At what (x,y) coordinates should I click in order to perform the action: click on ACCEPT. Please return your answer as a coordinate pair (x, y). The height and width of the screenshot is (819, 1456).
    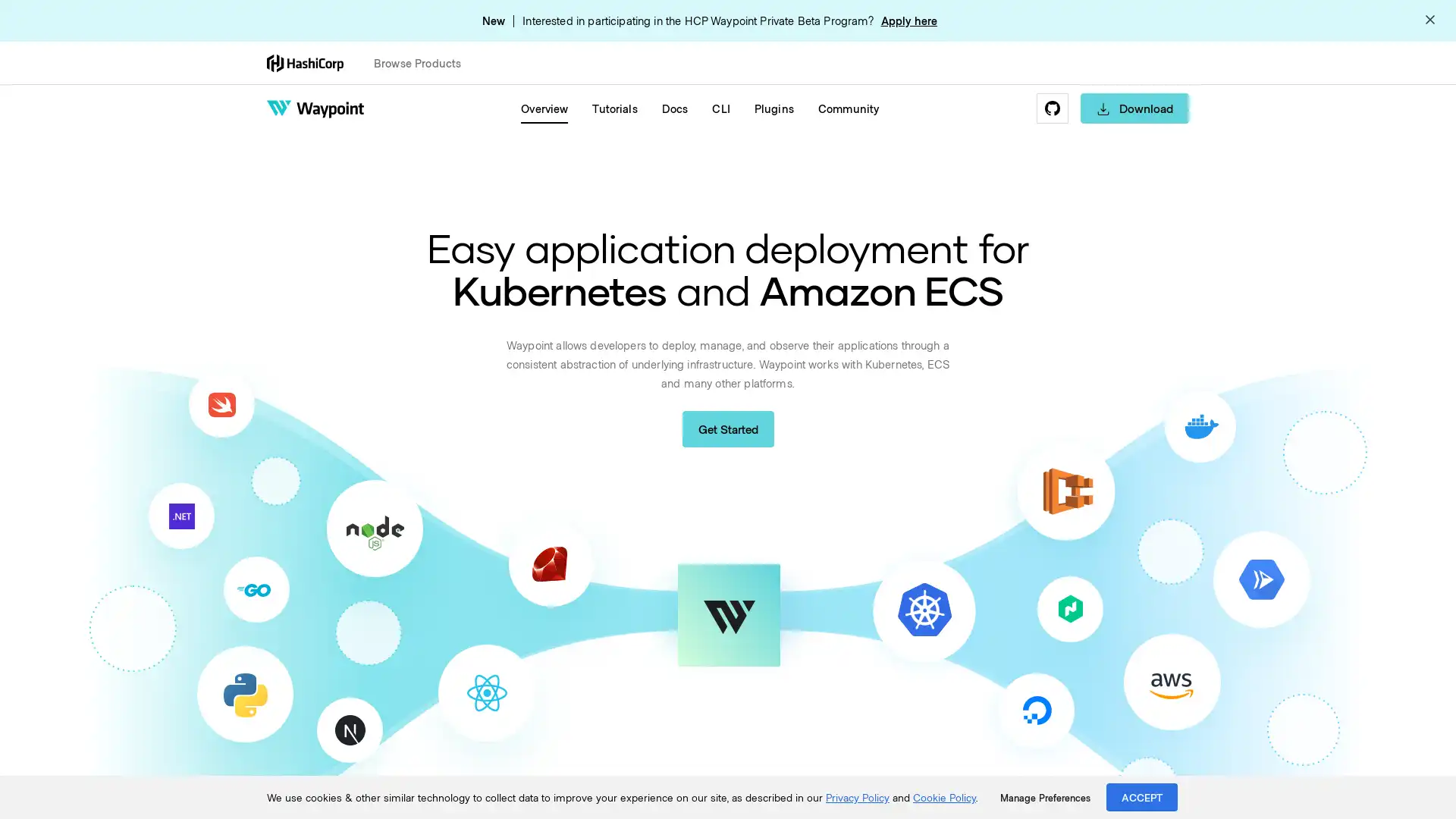
    Looking at the image, I should click on (1142, 796).